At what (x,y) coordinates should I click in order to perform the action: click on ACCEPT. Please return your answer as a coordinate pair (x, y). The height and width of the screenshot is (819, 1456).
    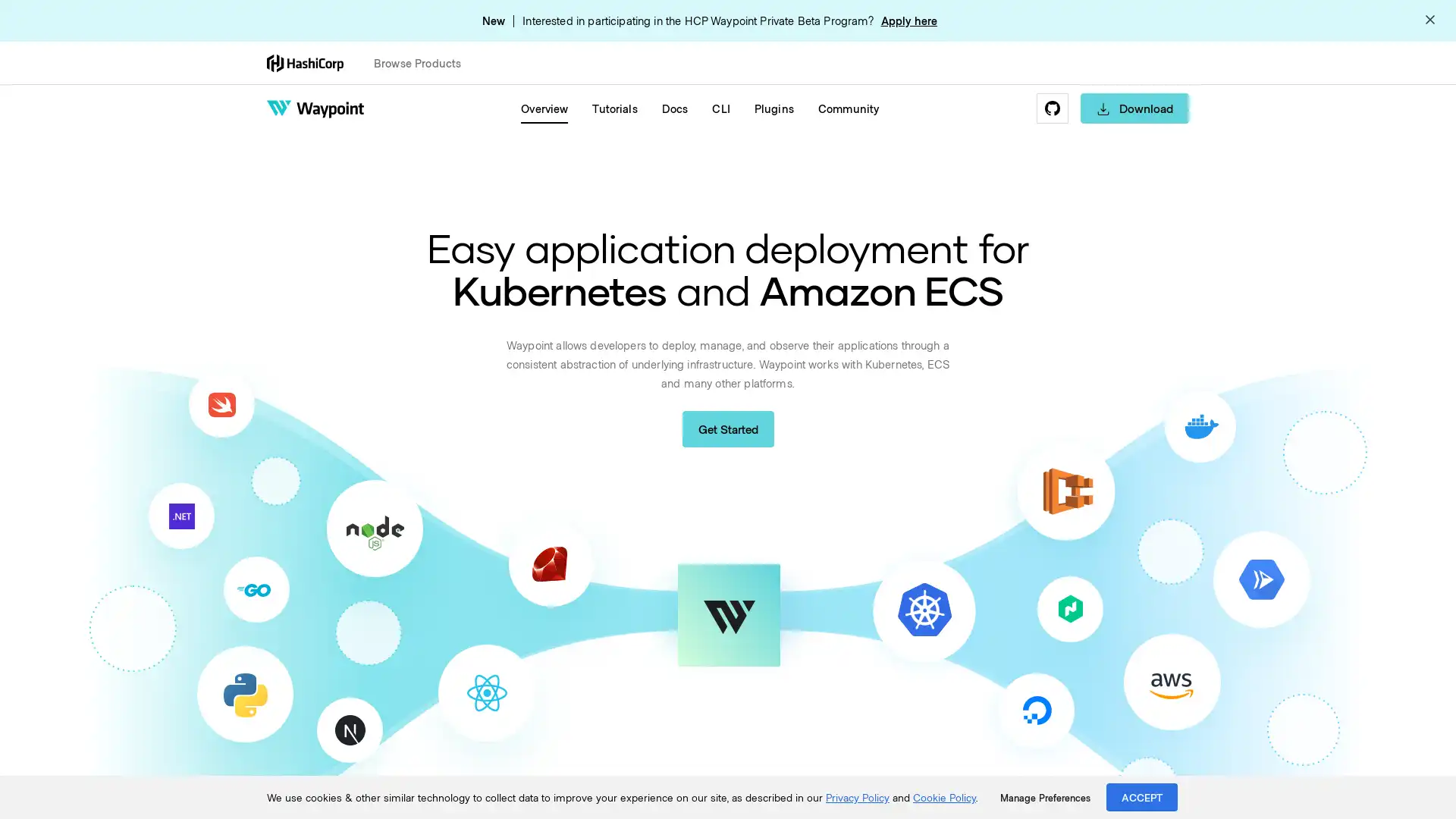
    Looking at the image, I should click on (1142, 796).